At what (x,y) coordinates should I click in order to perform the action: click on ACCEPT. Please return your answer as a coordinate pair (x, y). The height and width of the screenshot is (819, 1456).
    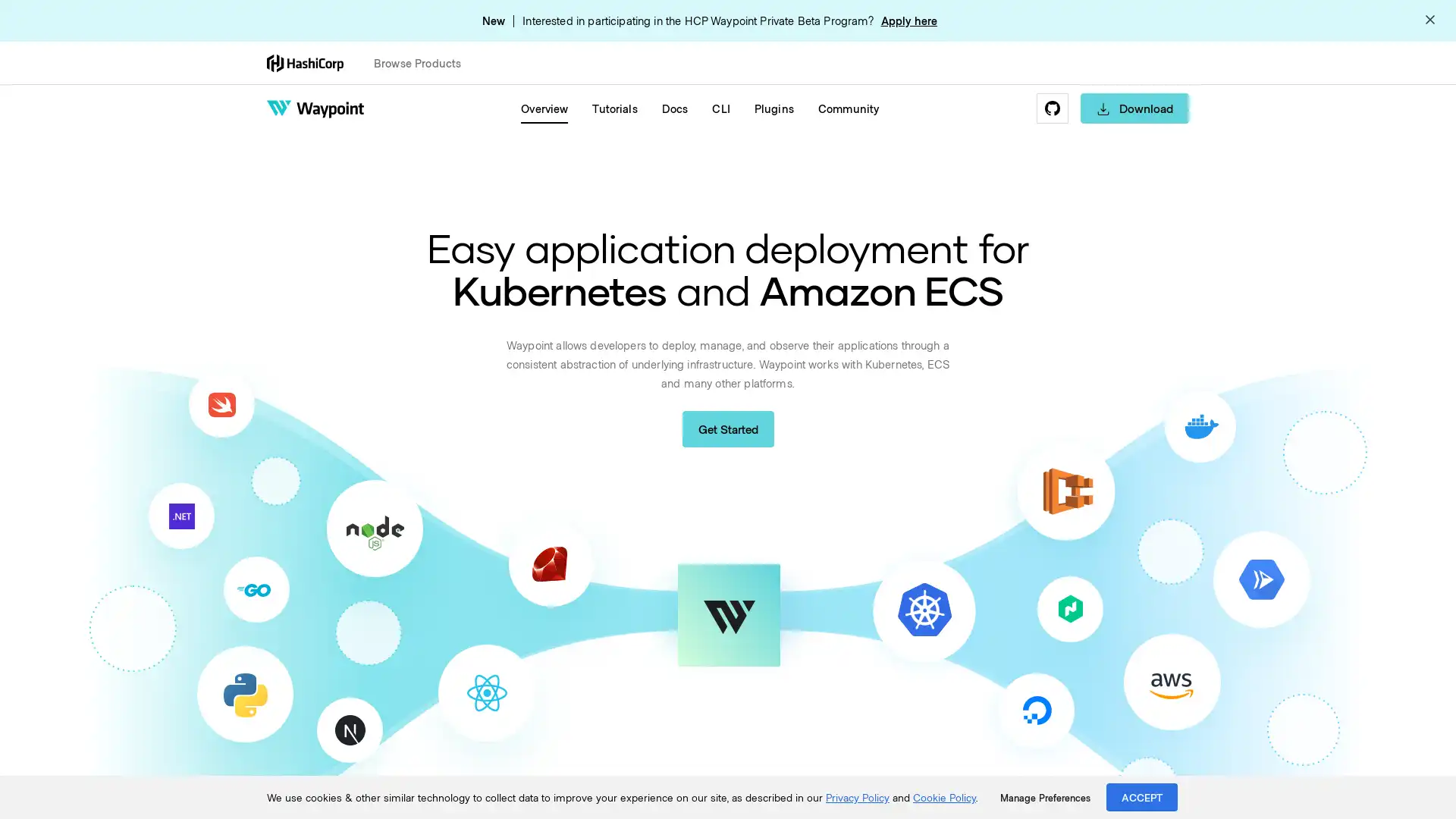
    Looking at the image, I should click on (1142, 796).